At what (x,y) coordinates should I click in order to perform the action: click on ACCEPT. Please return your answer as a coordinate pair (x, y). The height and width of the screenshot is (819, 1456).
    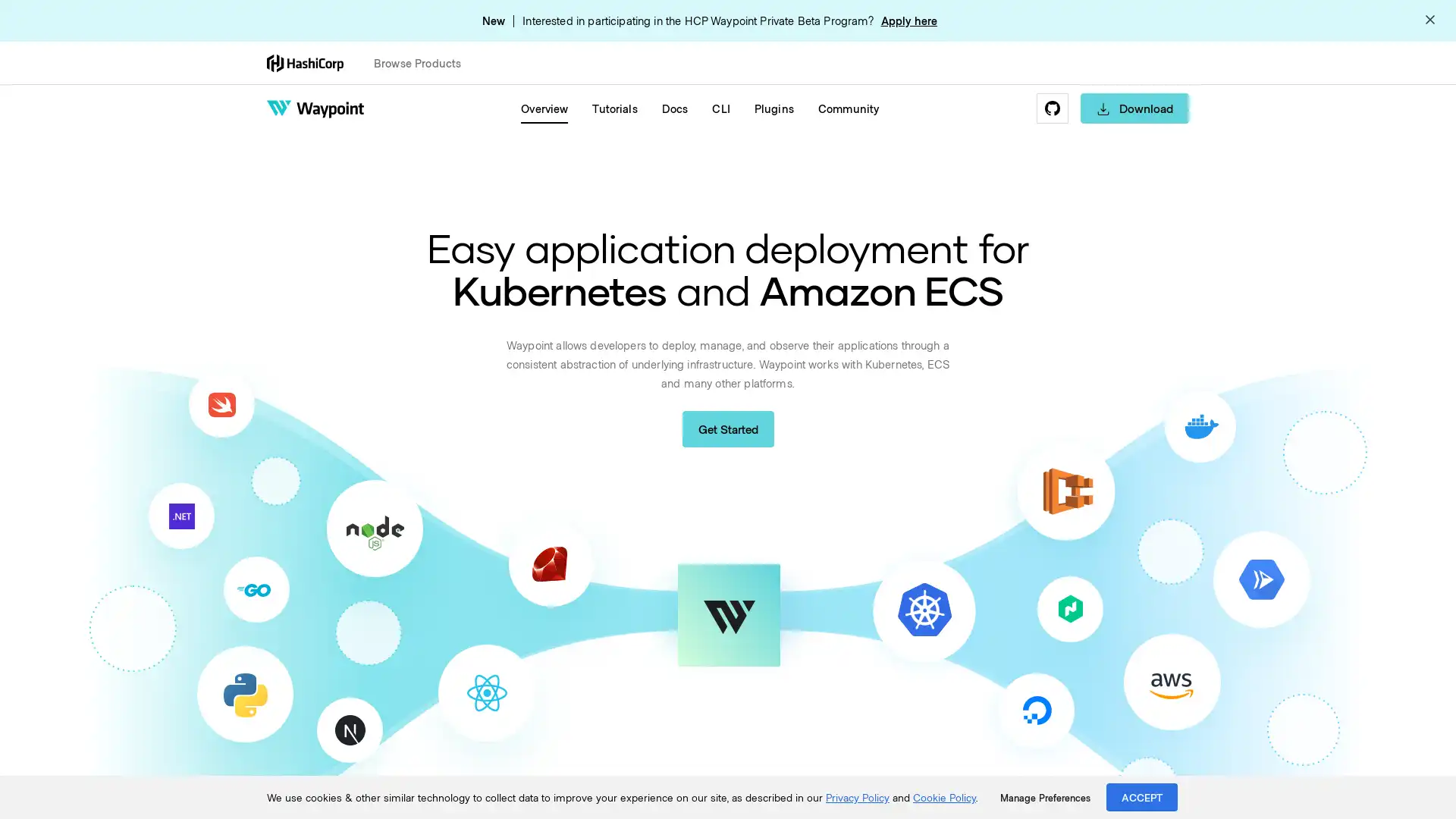
    Looking at the image, I should click on (1142, 796).